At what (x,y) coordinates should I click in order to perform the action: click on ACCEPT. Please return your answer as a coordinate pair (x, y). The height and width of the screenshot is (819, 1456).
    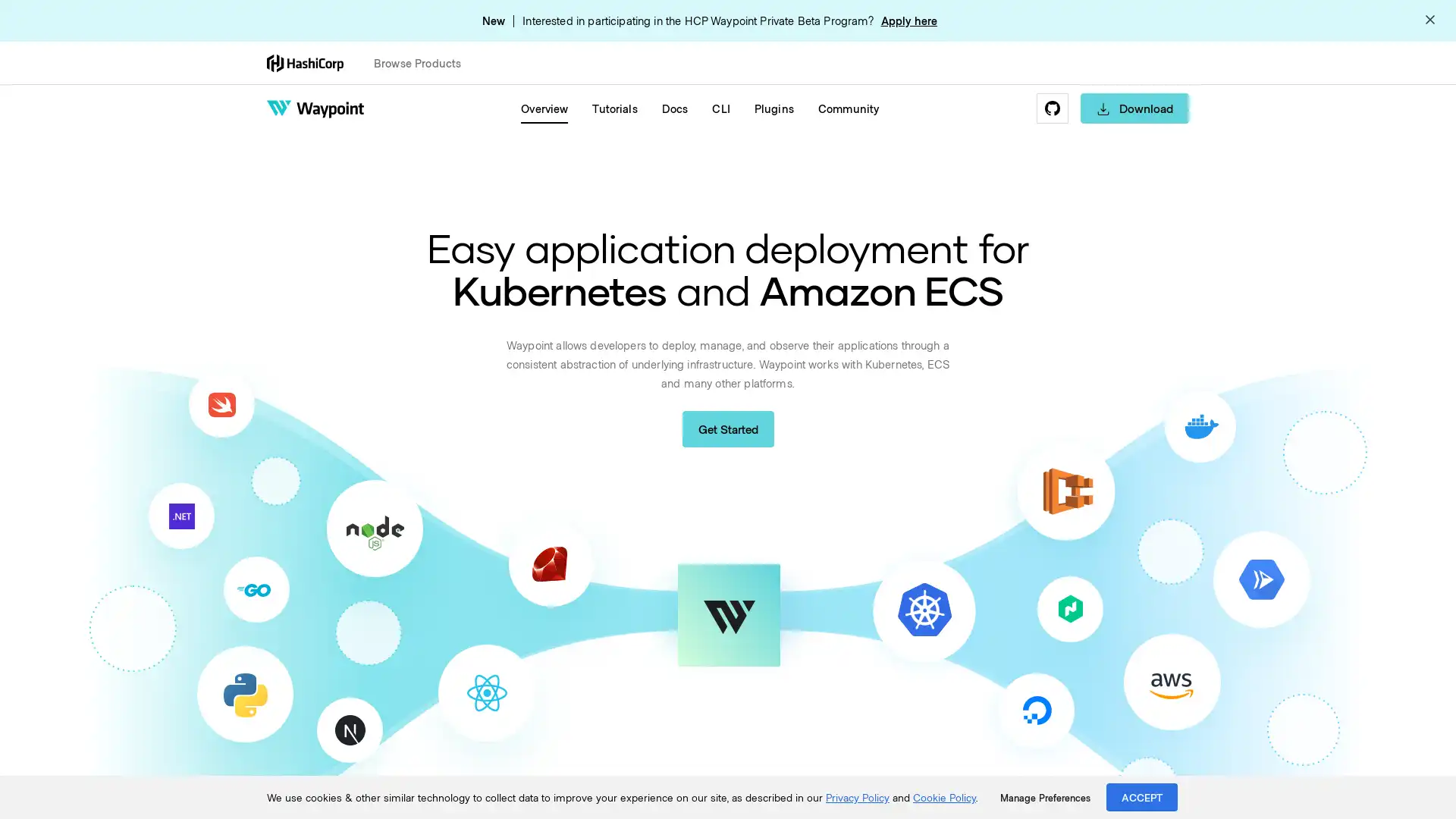
    Looking at the image, I should click on (1142, 796).